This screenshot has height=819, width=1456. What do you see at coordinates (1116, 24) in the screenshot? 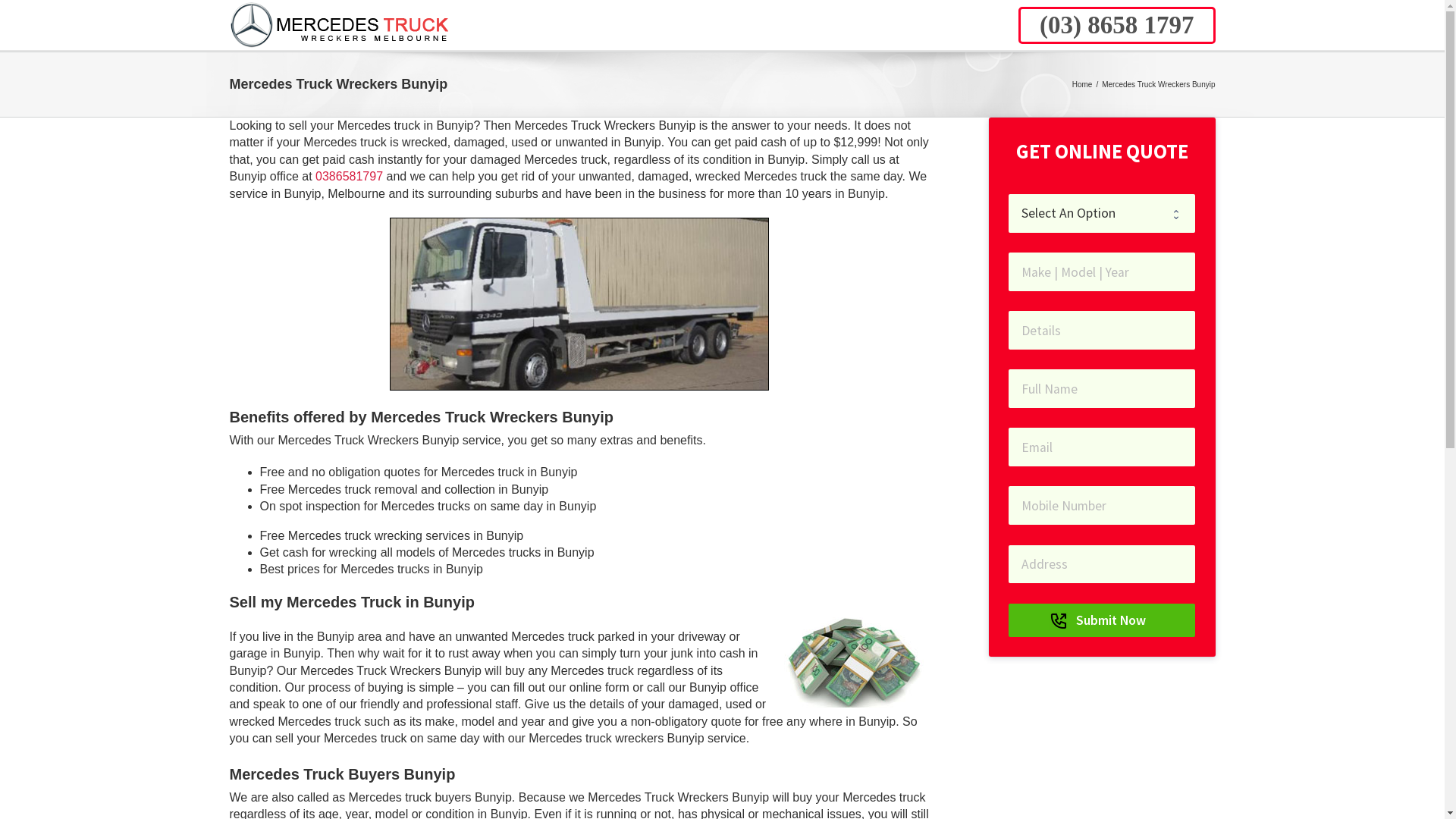
I see `'(03) 8658 1797'` at bounding box center [1116, 24].